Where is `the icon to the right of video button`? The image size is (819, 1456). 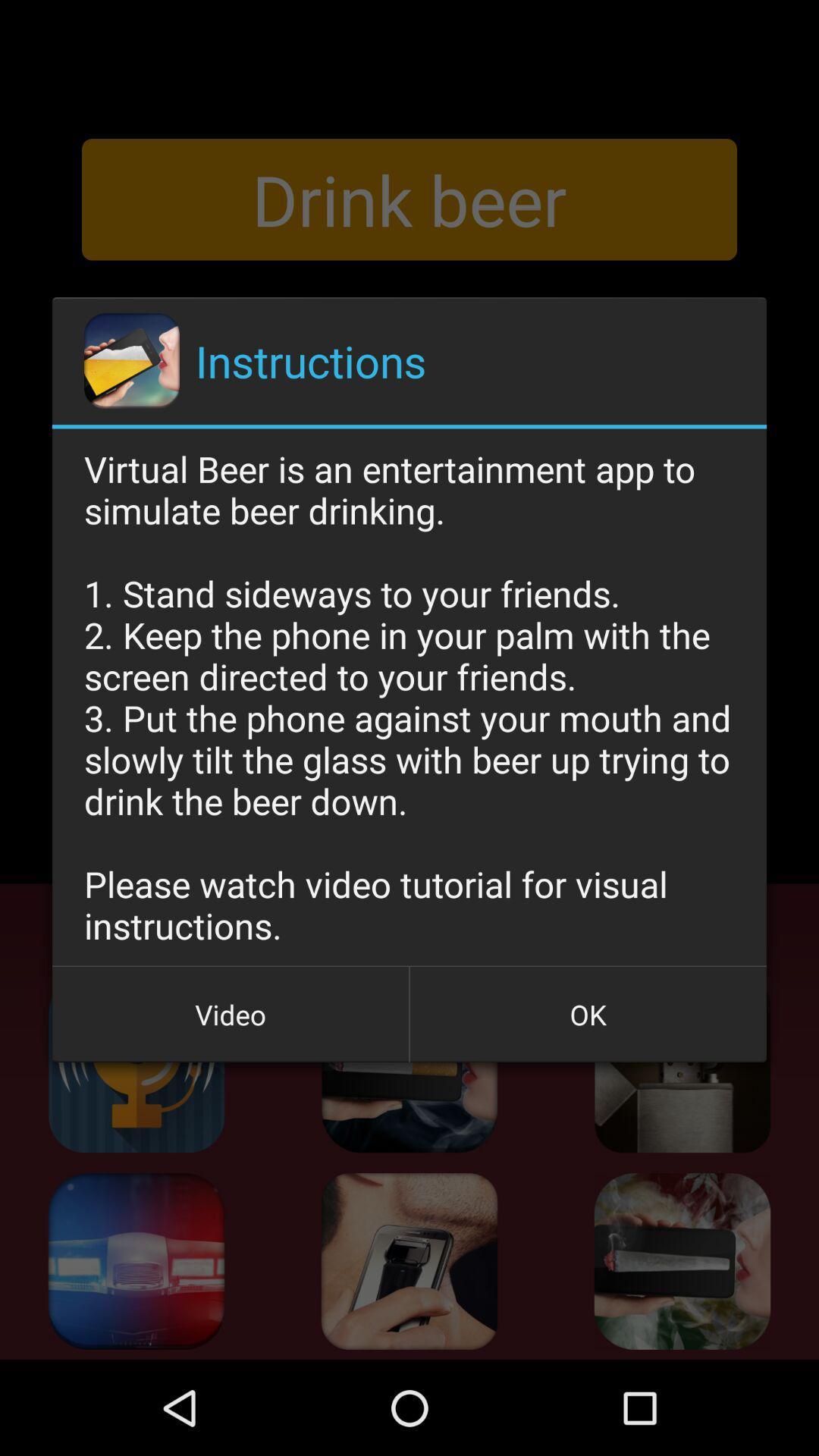 the icon to the right of video button is located at coordinates (587, 1015).